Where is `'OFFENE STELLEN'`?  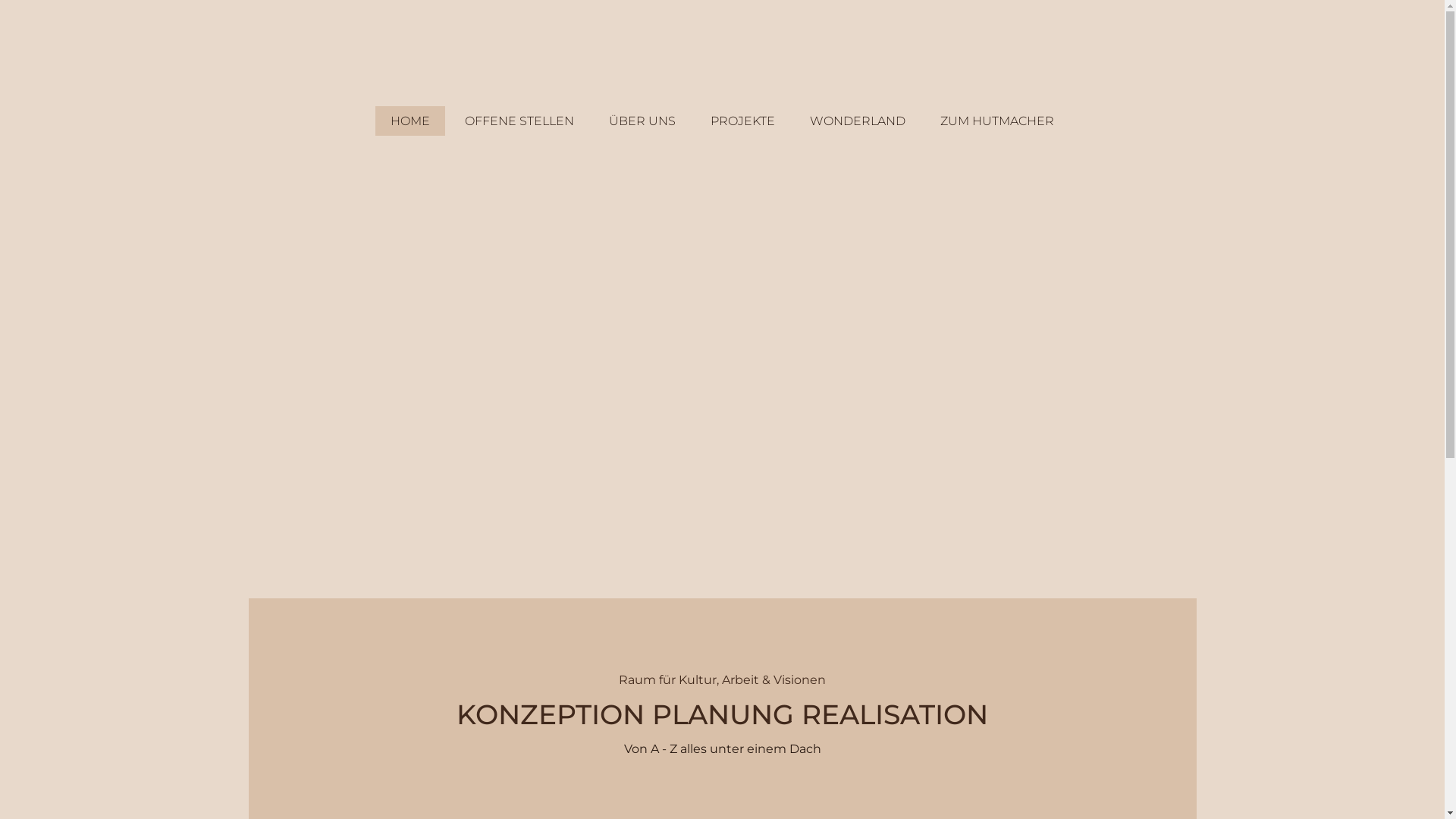
'OFFENE STELLEN' is located at coordinates (449, 120).